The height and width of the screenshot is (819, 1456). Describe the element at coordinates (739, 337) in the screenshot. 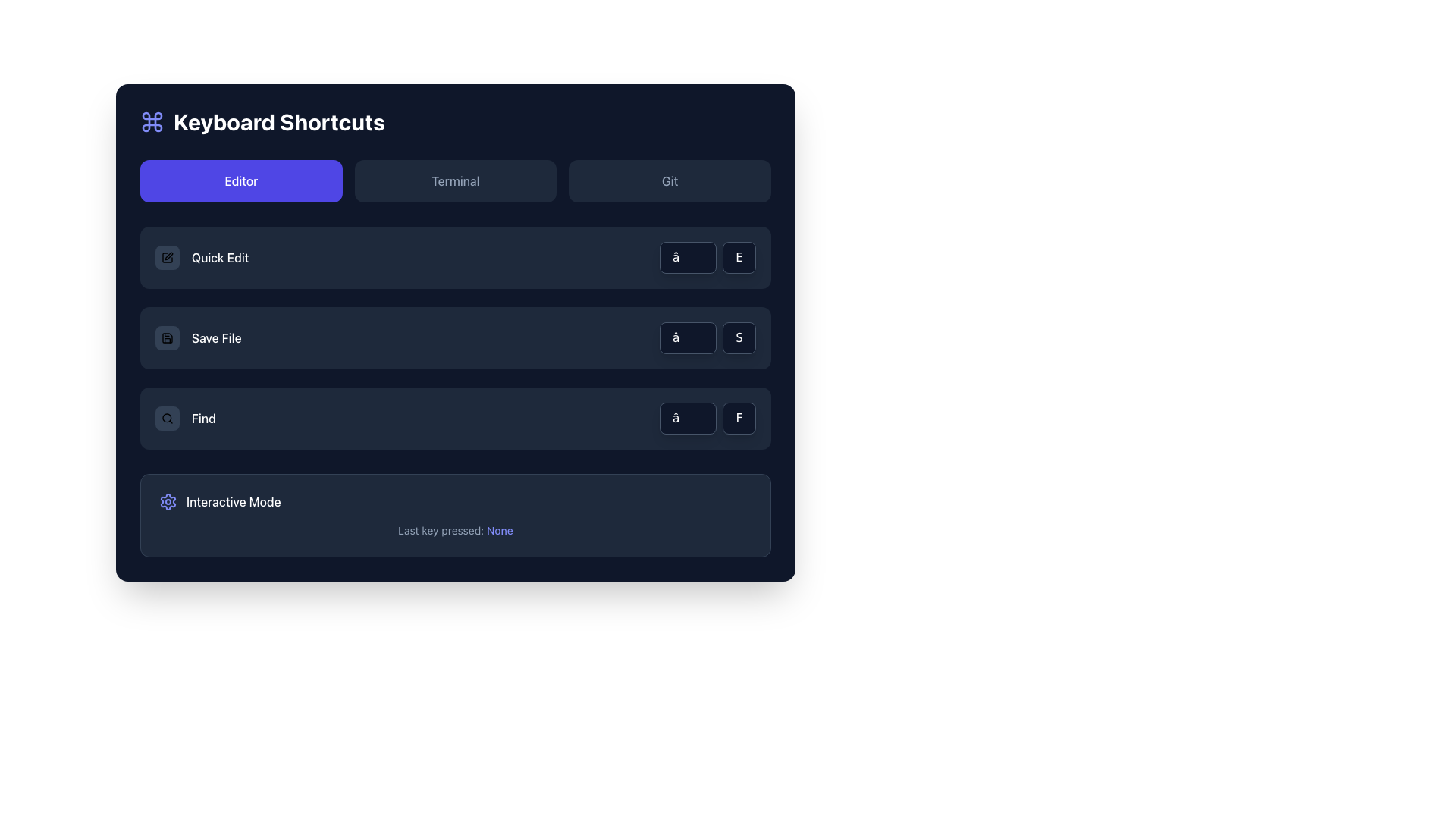

I see `the keyboard shortcut button for the command 'S', which is the second button in the 'Save File' row, visually representing a keyboard shortcut key` at that location.